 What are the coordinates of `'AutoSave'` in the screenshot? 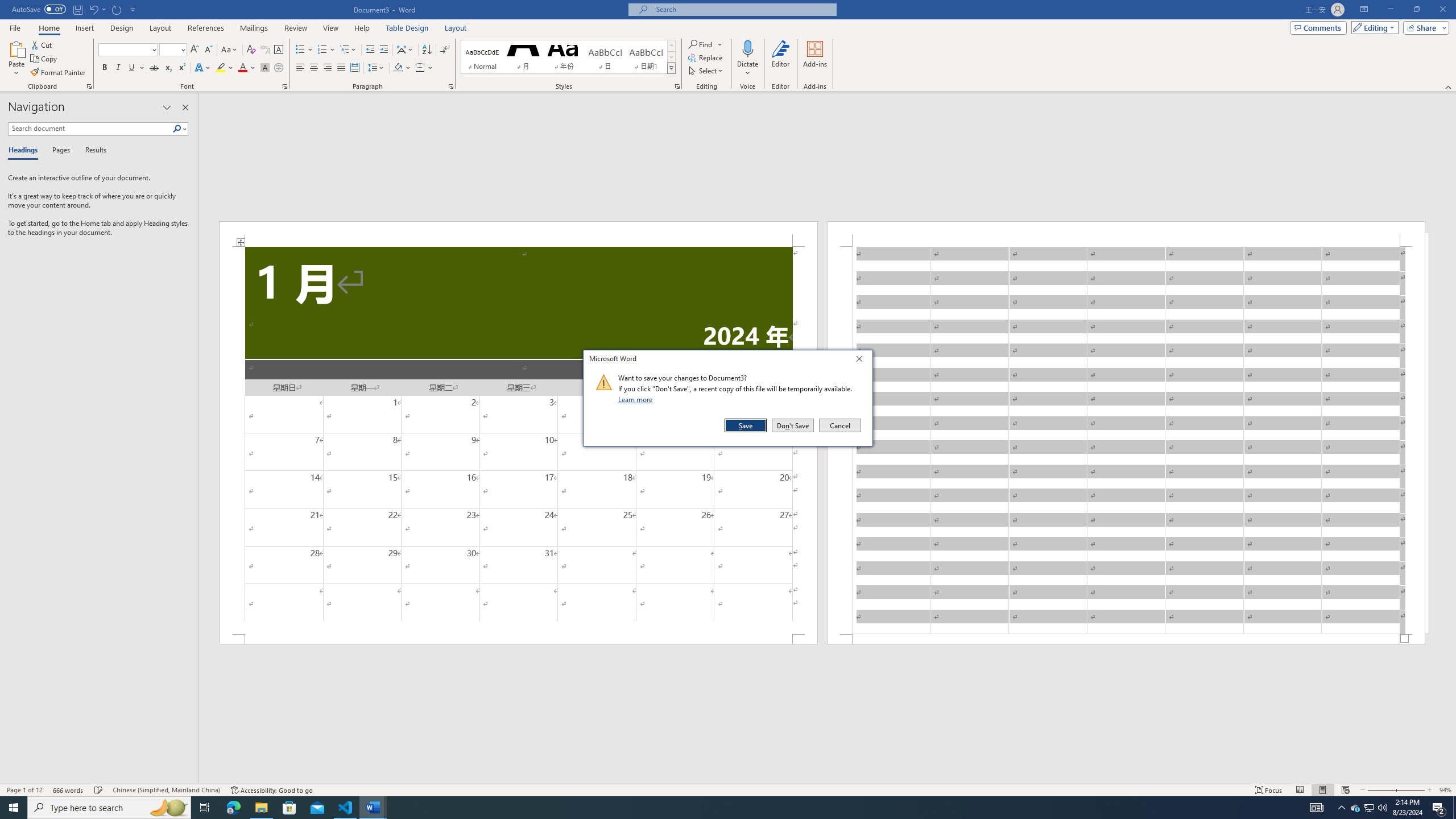 It's located at (39, 9).